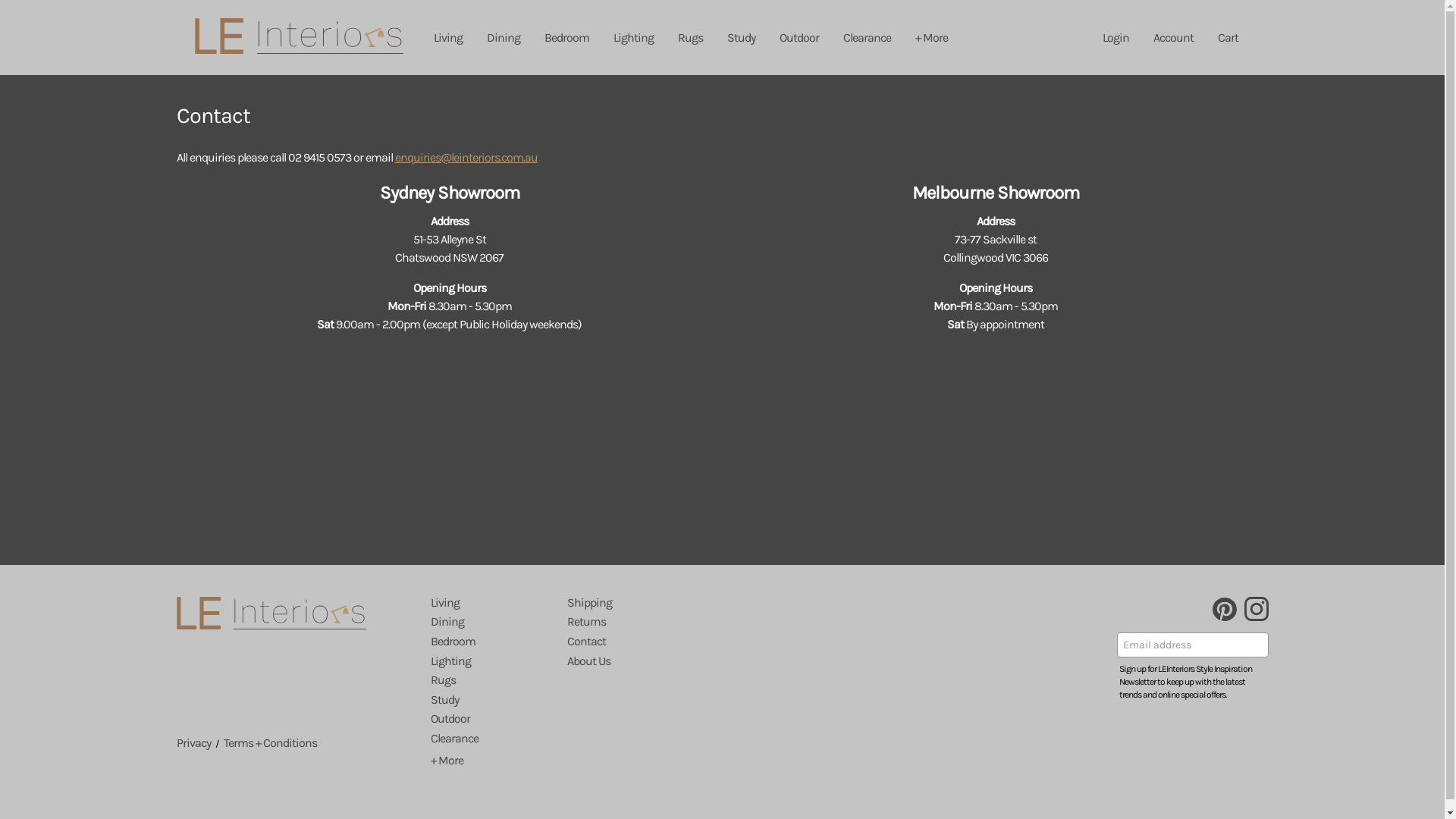 The image size is (1456, 819). I want to click on 'Rugs', so click(689, 36).